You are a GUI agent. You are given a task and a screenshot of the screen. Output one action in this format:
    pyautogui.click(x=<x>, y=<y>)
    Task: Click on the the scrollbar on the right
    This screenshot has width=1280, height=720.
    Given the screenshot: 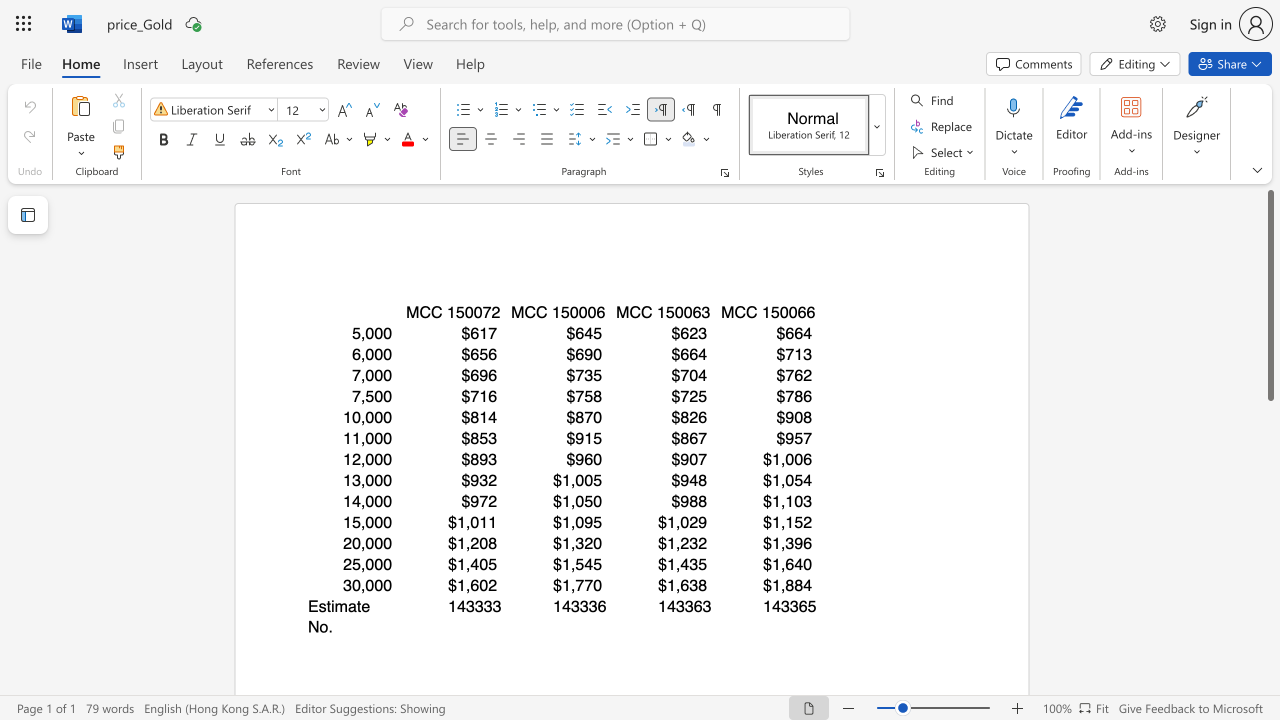 What is the action you would take?
    pyautogui.click(x=1269, y=598)
    